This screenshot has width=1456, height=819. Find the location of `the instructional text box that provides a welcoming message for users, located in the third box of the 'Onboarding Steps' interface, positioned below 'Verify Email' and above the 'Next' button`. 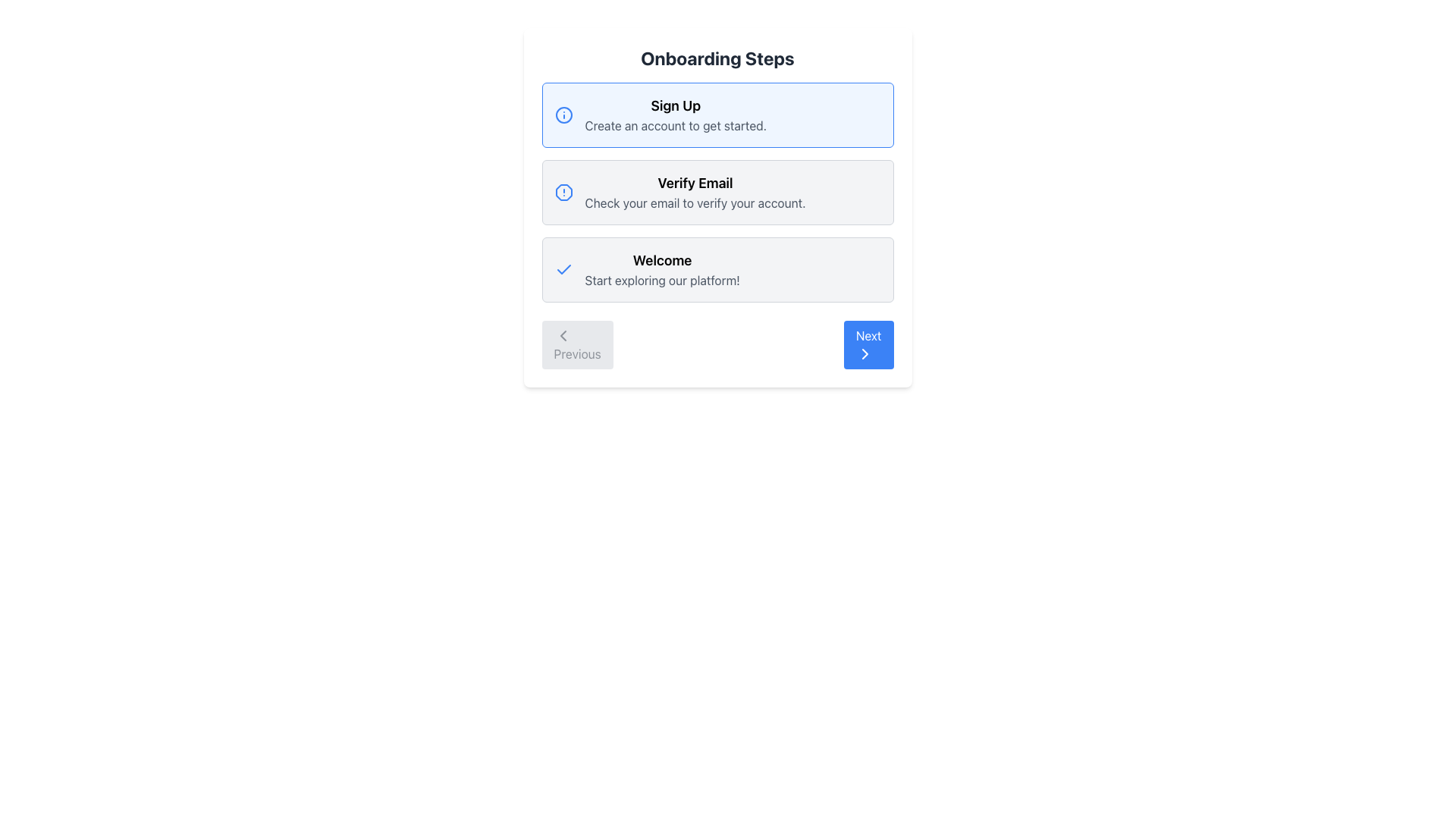

the instructional text box that provides a welcoming message for users, located in the third box of the 'Onboarding Steps' interface, positioned below 'Verify Email' and above the 'Next' button is located at coordinates (662, 268).